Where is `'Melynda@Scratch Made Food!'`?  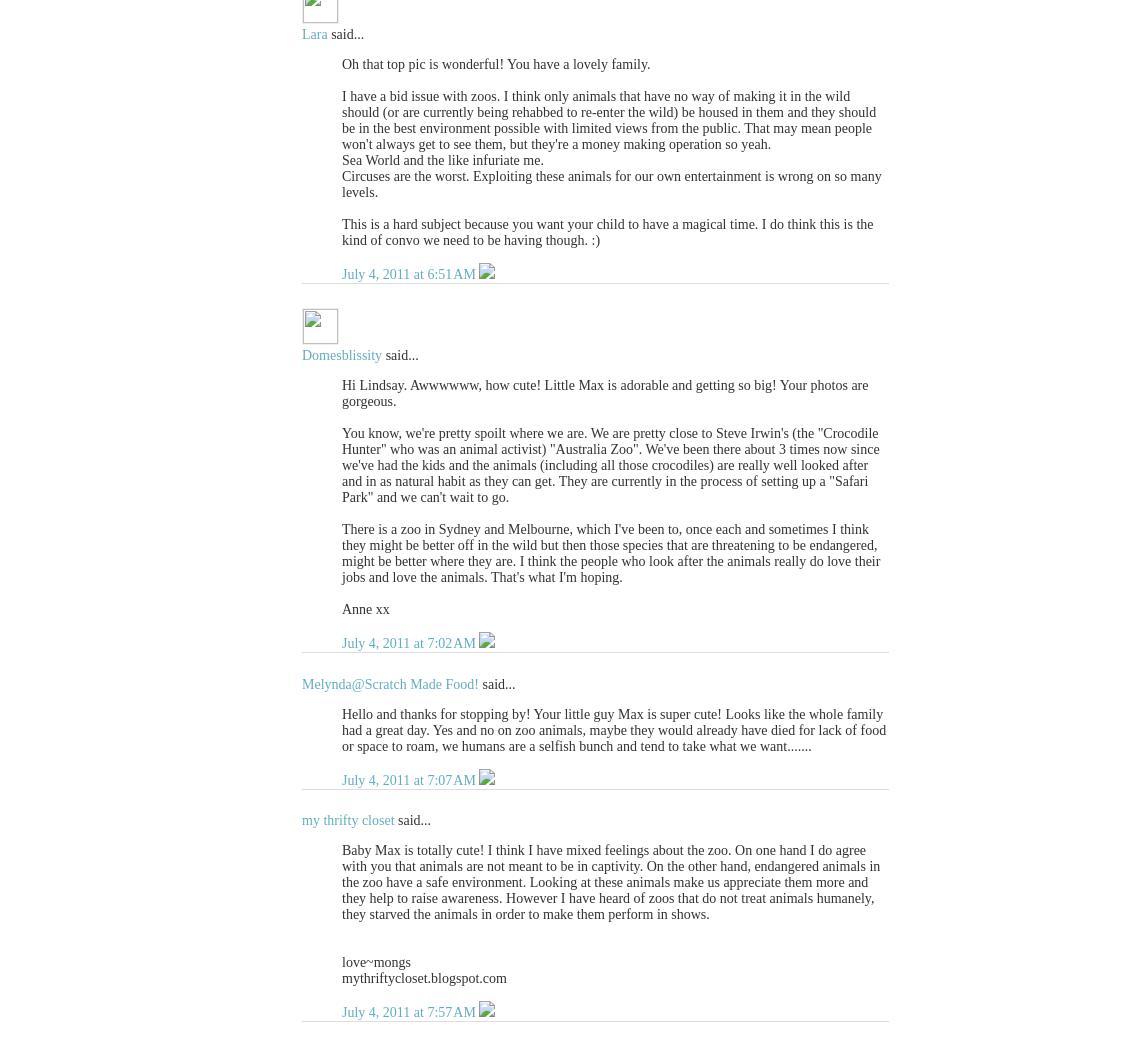
'Melynda@Scratch Made Food!' is located at coordinates (388, 683).